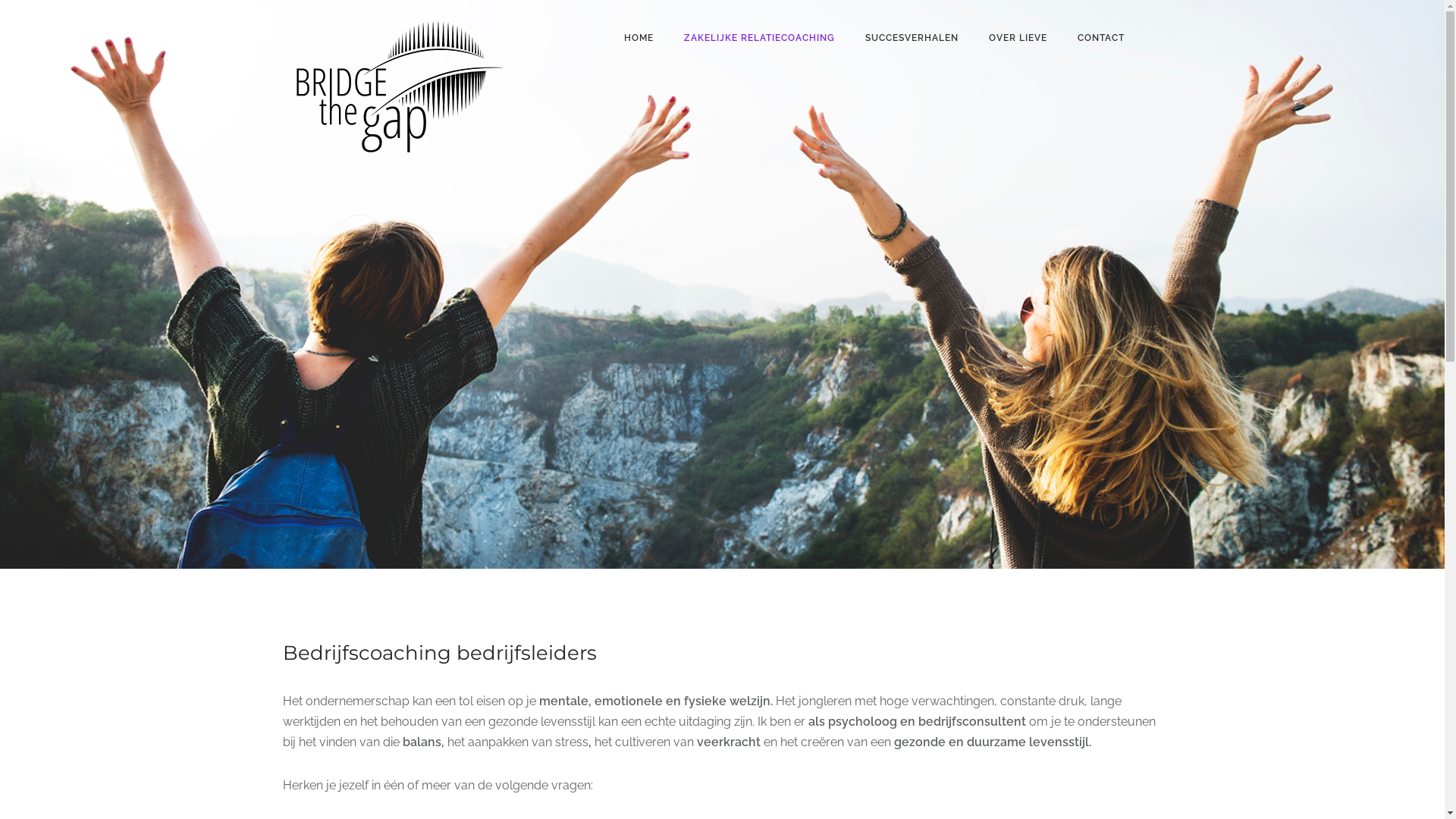 The image size is (1456, 819). Describe the element at coordinates (1018, 37) in the screenshot. I see `'OVER LIEVE'` at that location.